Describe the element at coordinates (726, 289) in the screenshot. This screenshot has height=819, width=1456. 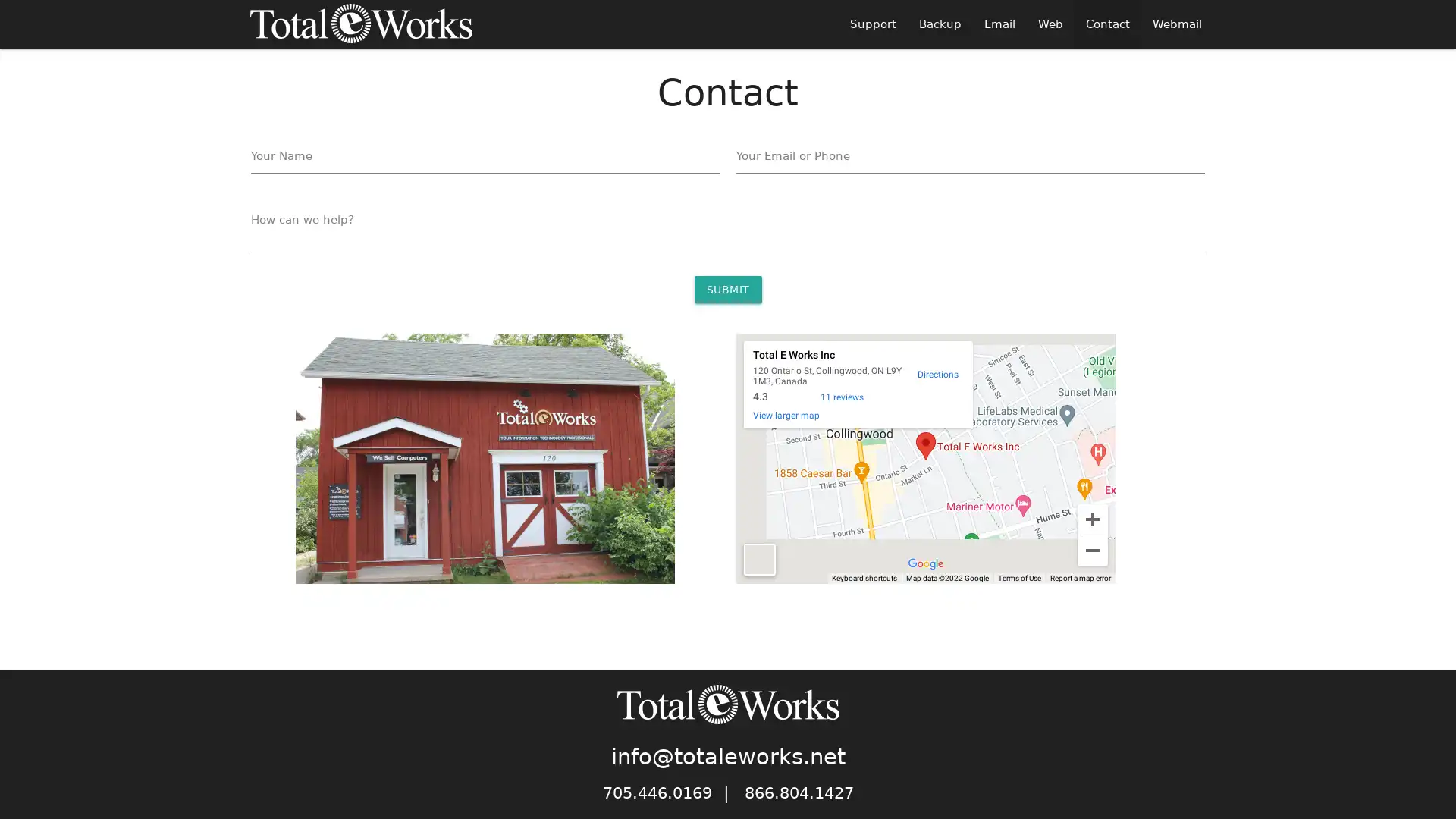
I see `SUBMIT` at that location.